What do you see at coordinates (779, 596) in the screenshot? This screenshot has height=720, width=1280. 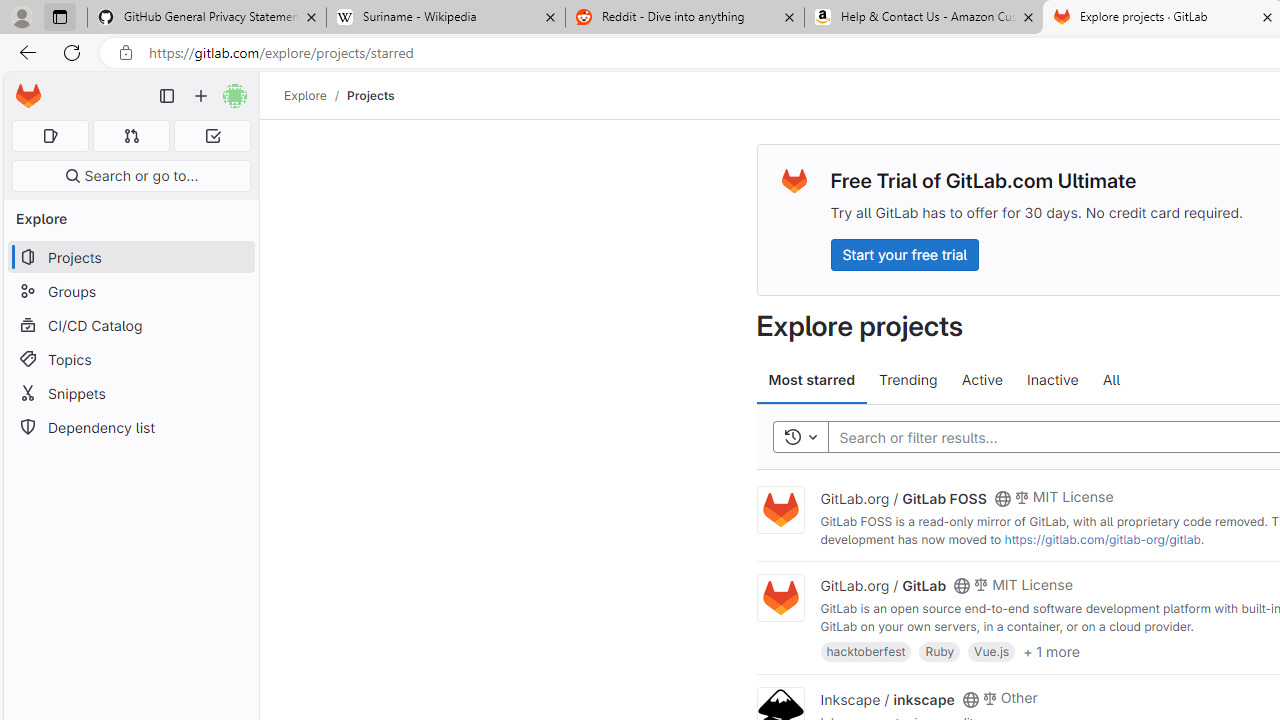 I see `'Class: project'` at bounding box center [779, 596].